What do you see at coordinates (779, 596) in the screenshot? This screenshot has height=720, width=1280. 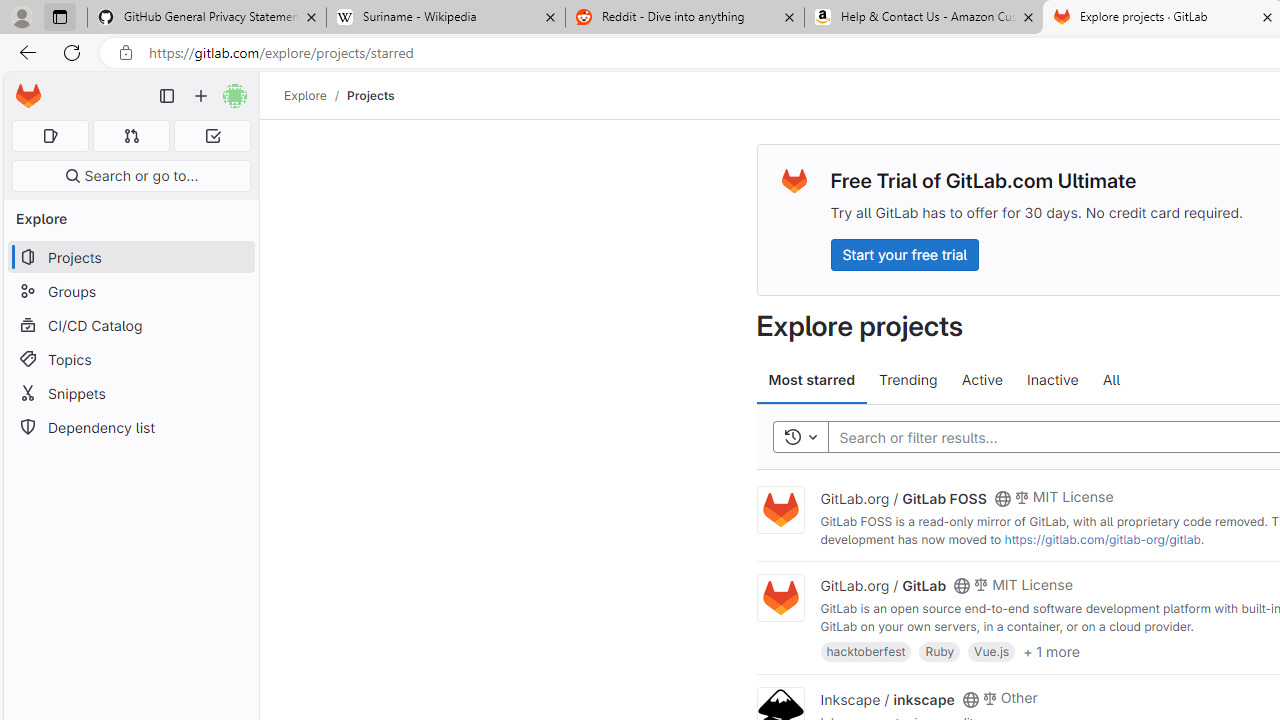 I see `'Class: project'` at bounding box center [779, 596].